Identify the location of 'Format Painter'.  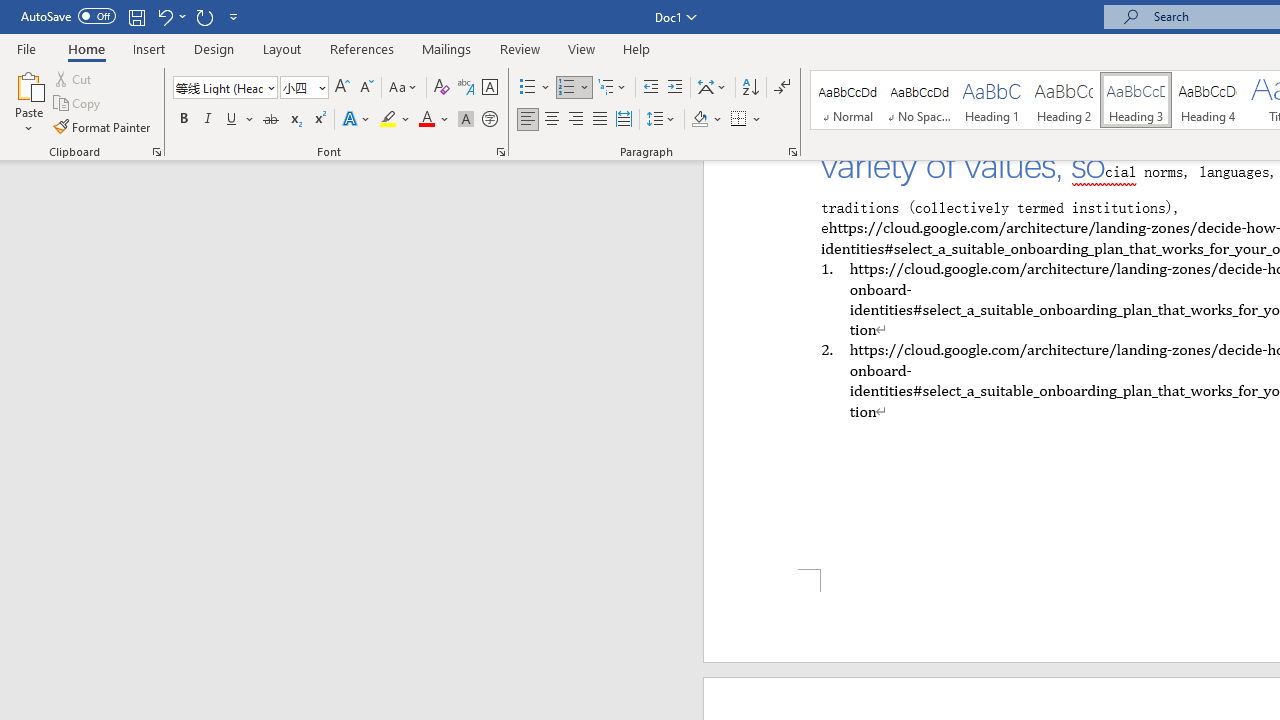
(102, 127).